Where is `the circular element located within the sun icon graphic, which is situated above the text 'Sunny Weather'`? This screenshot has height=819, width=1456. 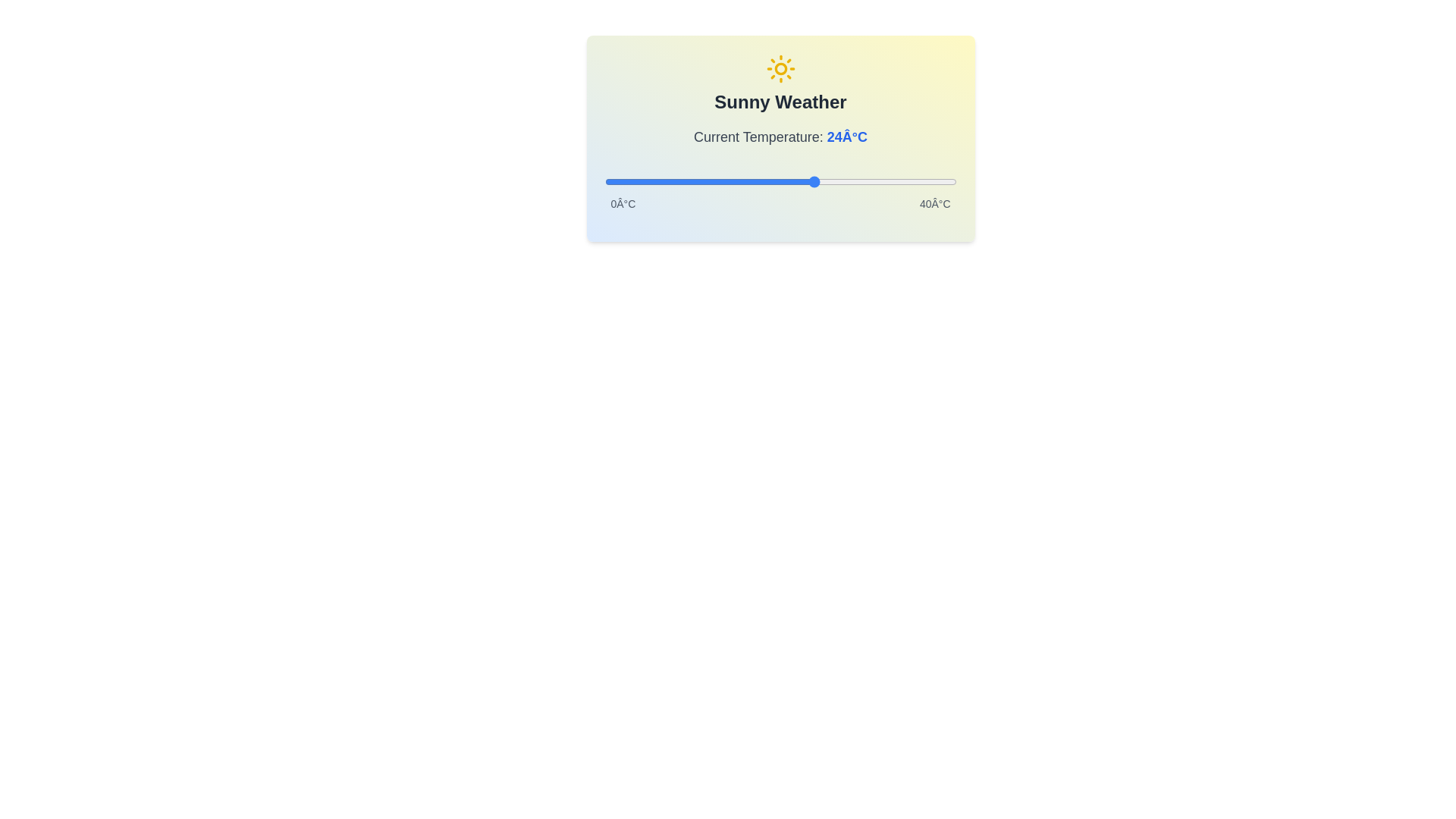
the circular element located within the sun icon graphic, which is situated above the text 'Sunny Weather' is located at coordinates (780, 69).